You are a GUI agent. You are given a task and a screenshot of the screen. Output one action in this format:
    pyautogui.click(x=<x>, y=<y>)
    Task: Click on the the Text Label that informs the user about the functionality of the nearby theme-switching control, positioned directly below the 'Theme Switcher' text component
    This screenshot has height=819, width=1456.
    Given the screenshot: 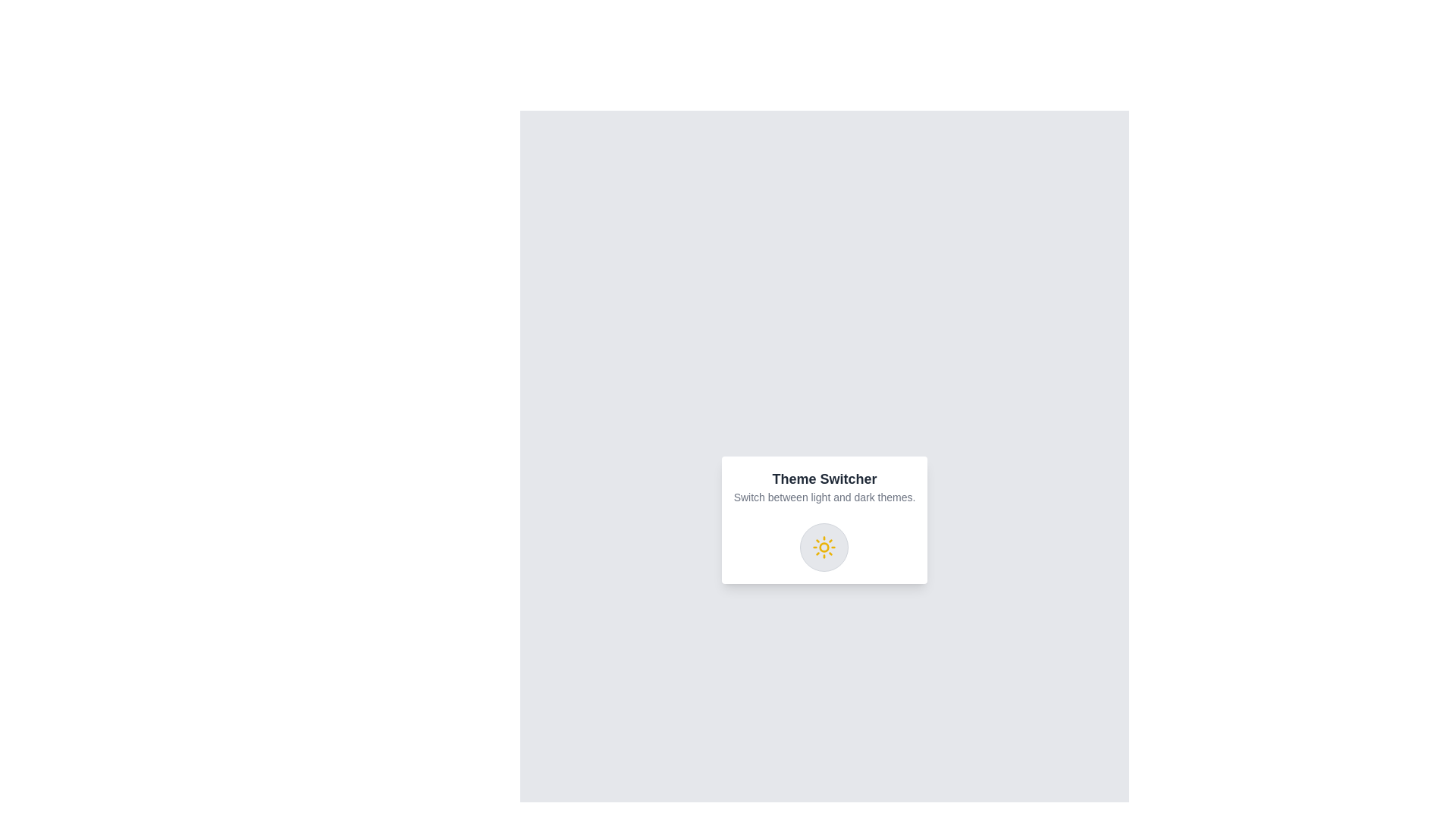 What is the action you would take?
    pyautogui.click(x=824, y=497)
    